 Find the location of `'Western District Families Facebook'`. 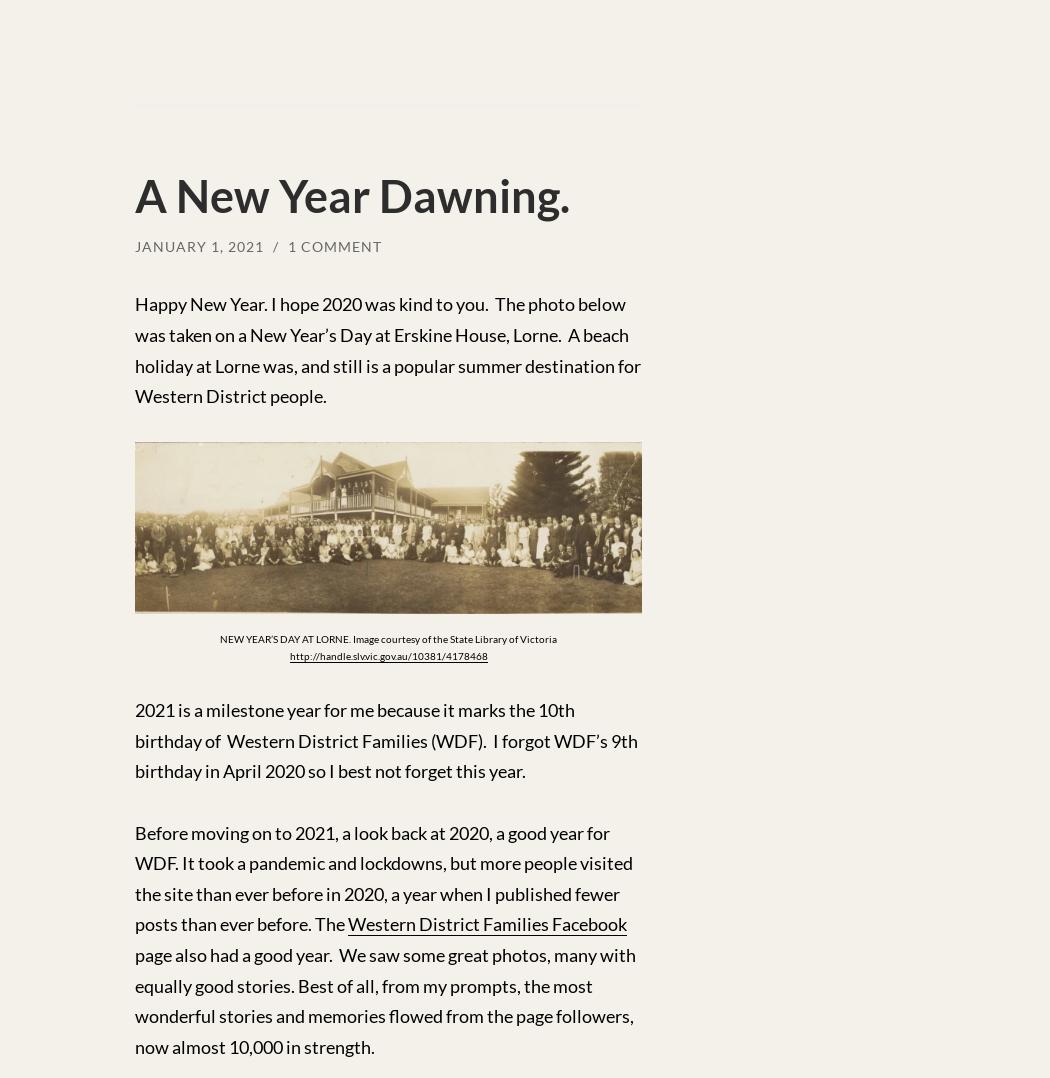

'Western District Families Facebook' is located at coordinates (487, 923).